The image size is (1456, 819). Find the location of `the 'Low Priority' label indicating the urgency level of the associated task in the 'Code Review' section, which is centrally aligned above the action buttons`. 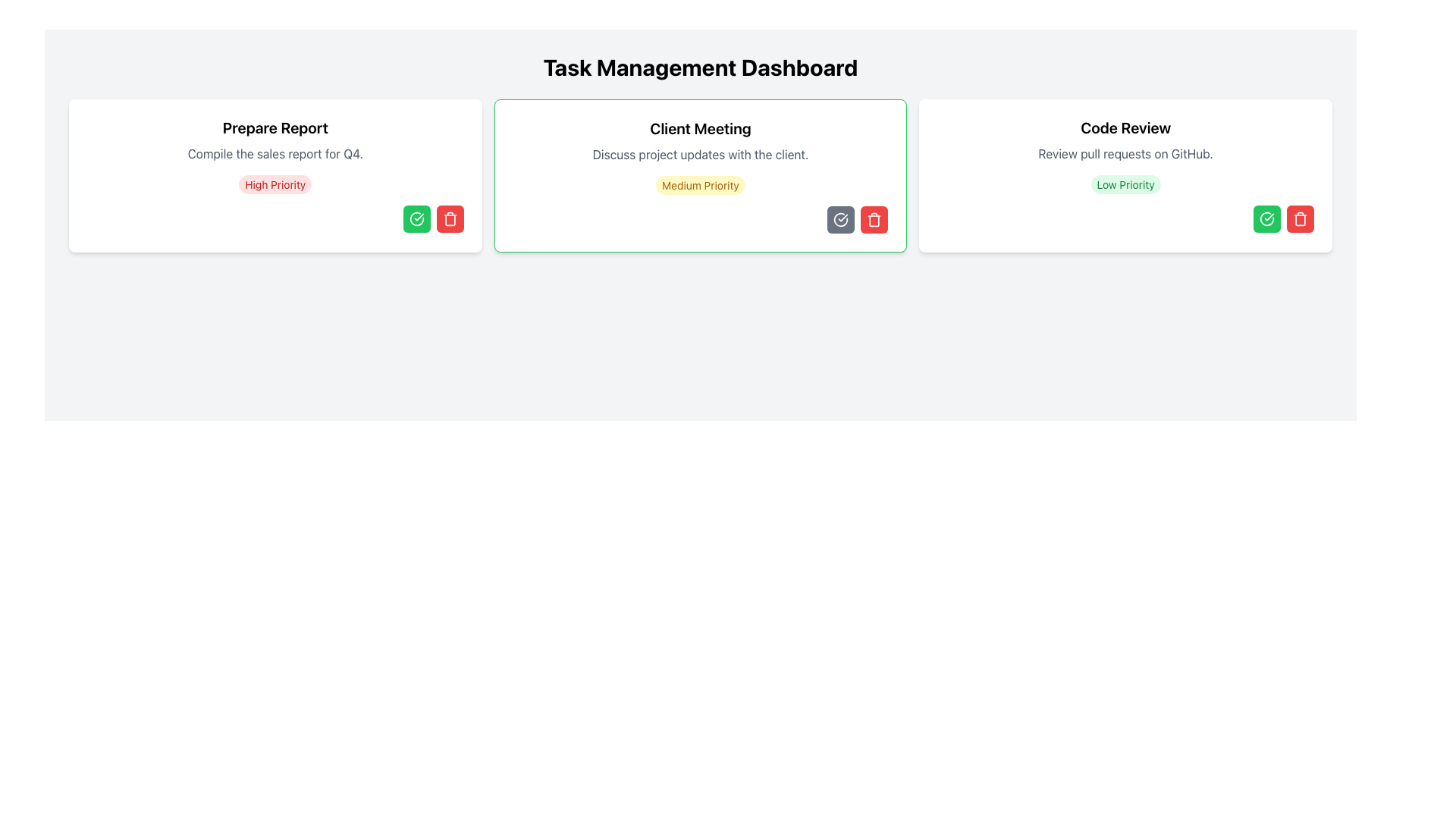

the 'Low Priority' label indicating the urgency level of the associated task in the 'Code Review' section, which is centrally aligned above the action buttons is located at coordinates (1125, 184).